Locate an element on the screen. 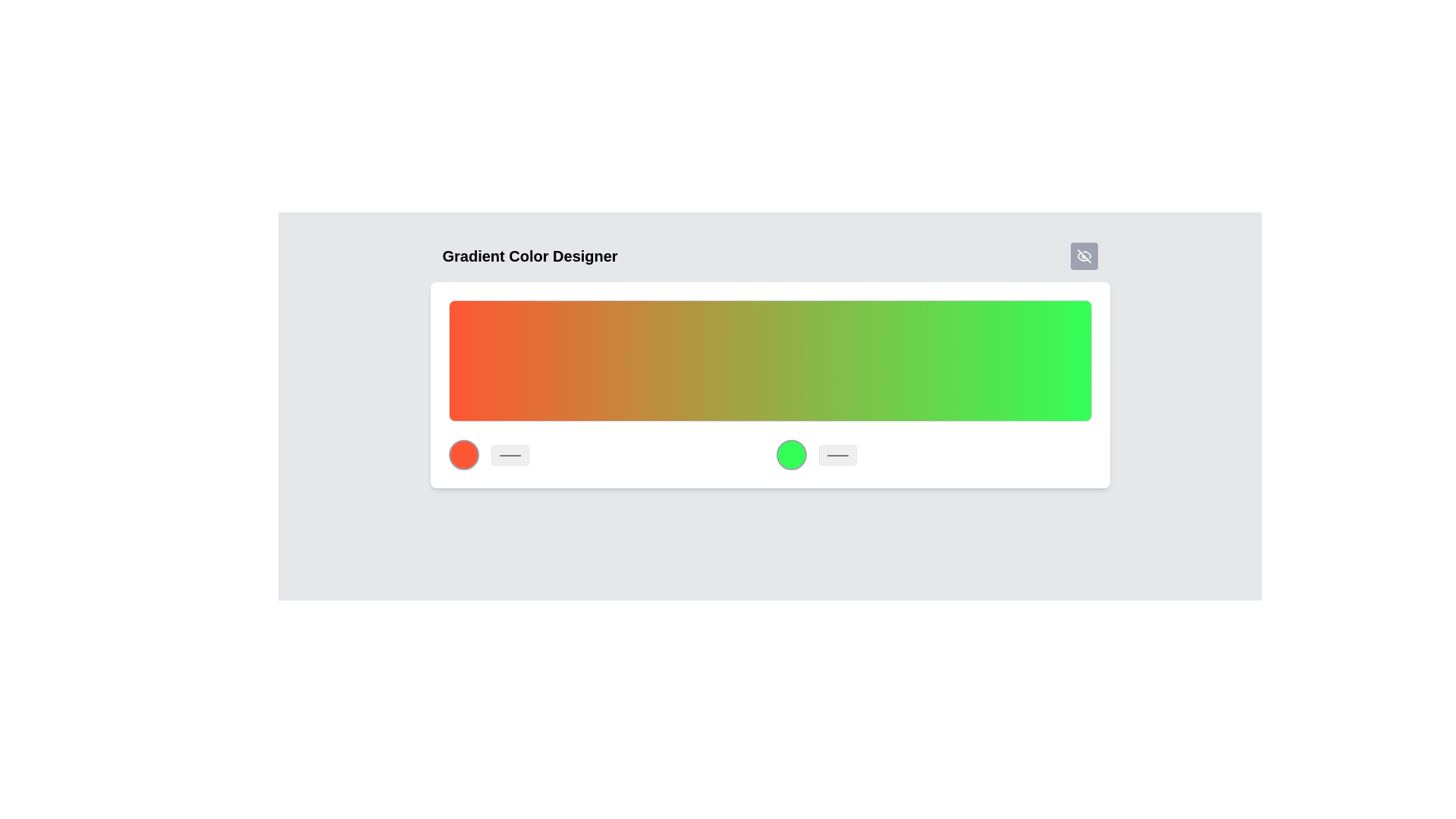 Image resolution: width=1456 pixels, height=819 pixels. the left color indicator of the dual-selector component for adjusting colors, located in the left half of the component is located at coordinates (770, 454).